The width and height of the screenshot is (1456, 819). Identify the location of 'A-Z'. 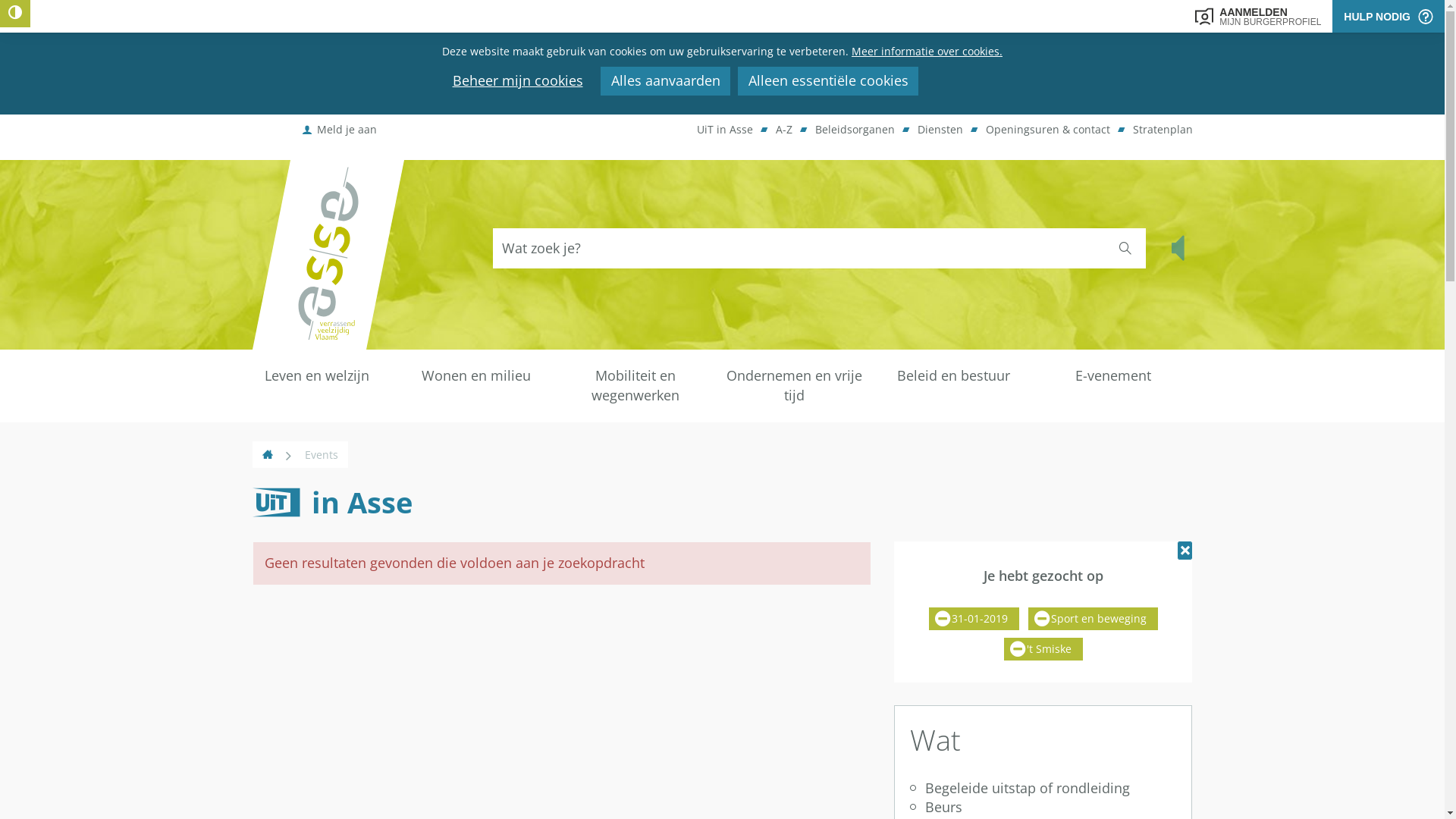
(775, 129).